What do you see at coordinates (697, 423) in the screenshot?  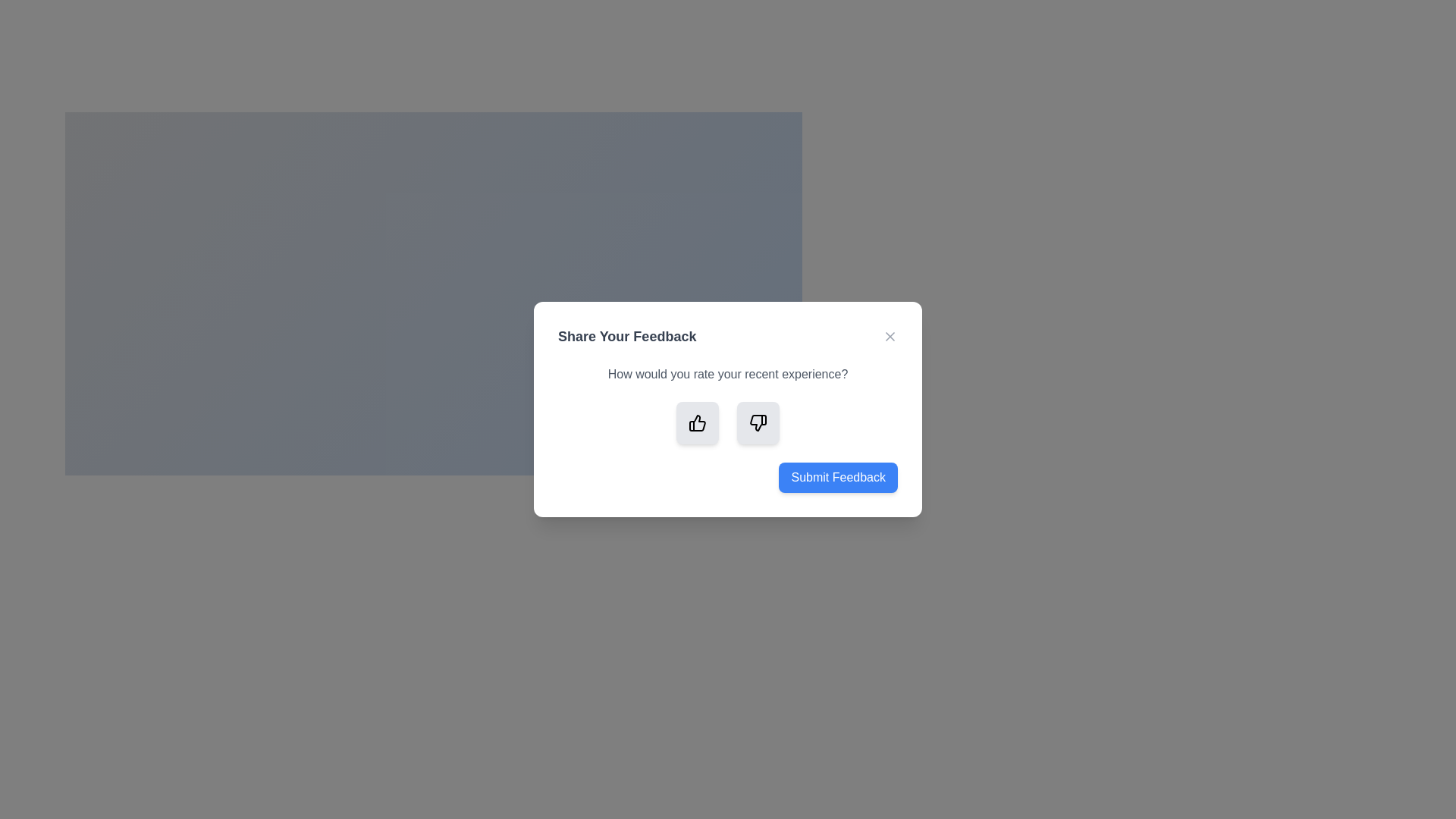 I see `the thumbs-up icon, which is a black and white stylized icon representing positive feedback, located in the left square button under the feedback prompt 'How would you rate your recent experience?'` at bounding box center [697, 423].